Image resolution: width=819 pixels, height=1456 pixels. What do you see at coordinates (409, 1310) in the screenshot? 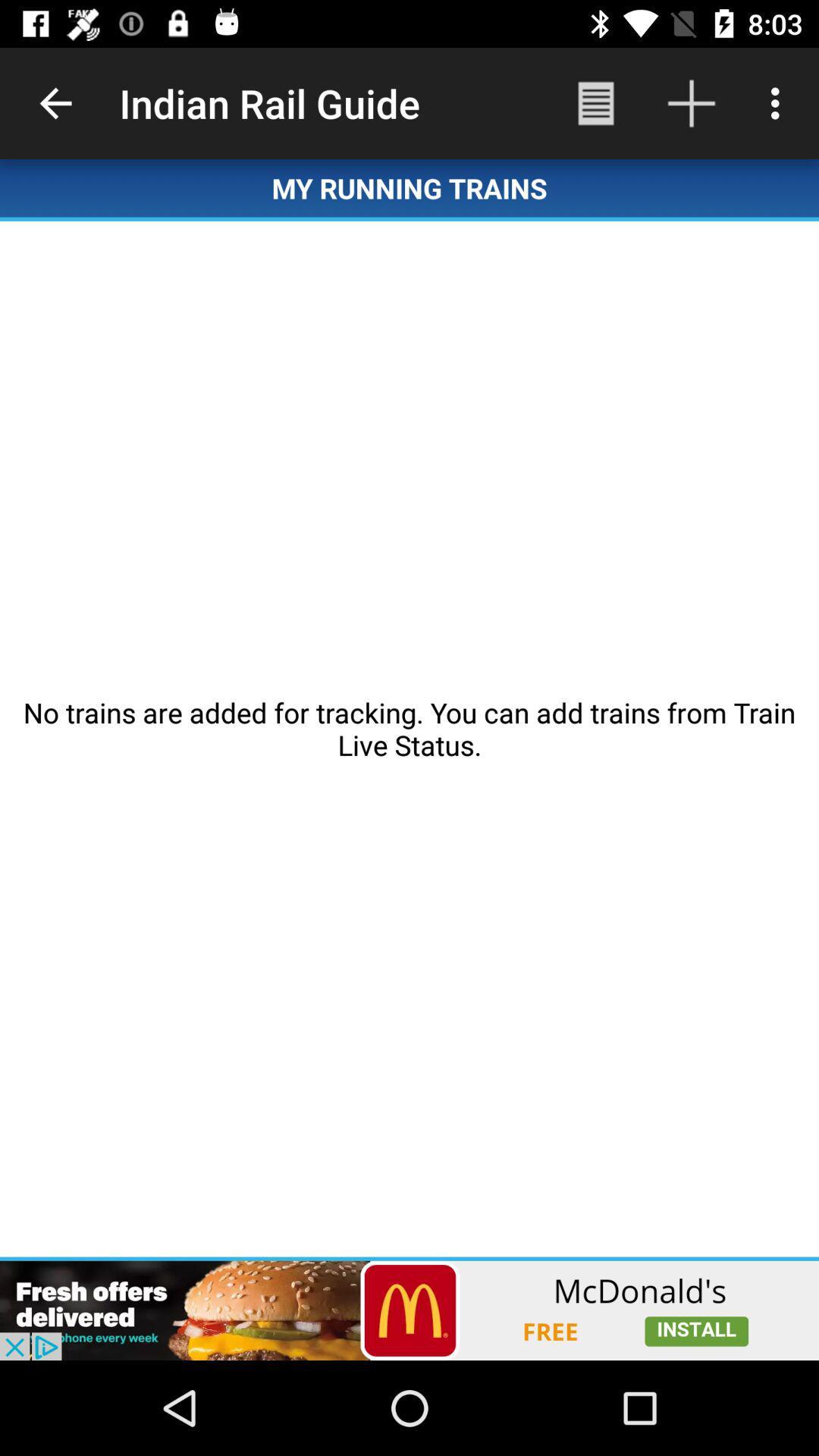
I see `open an advertisements` at bounding box center [409, 1310].